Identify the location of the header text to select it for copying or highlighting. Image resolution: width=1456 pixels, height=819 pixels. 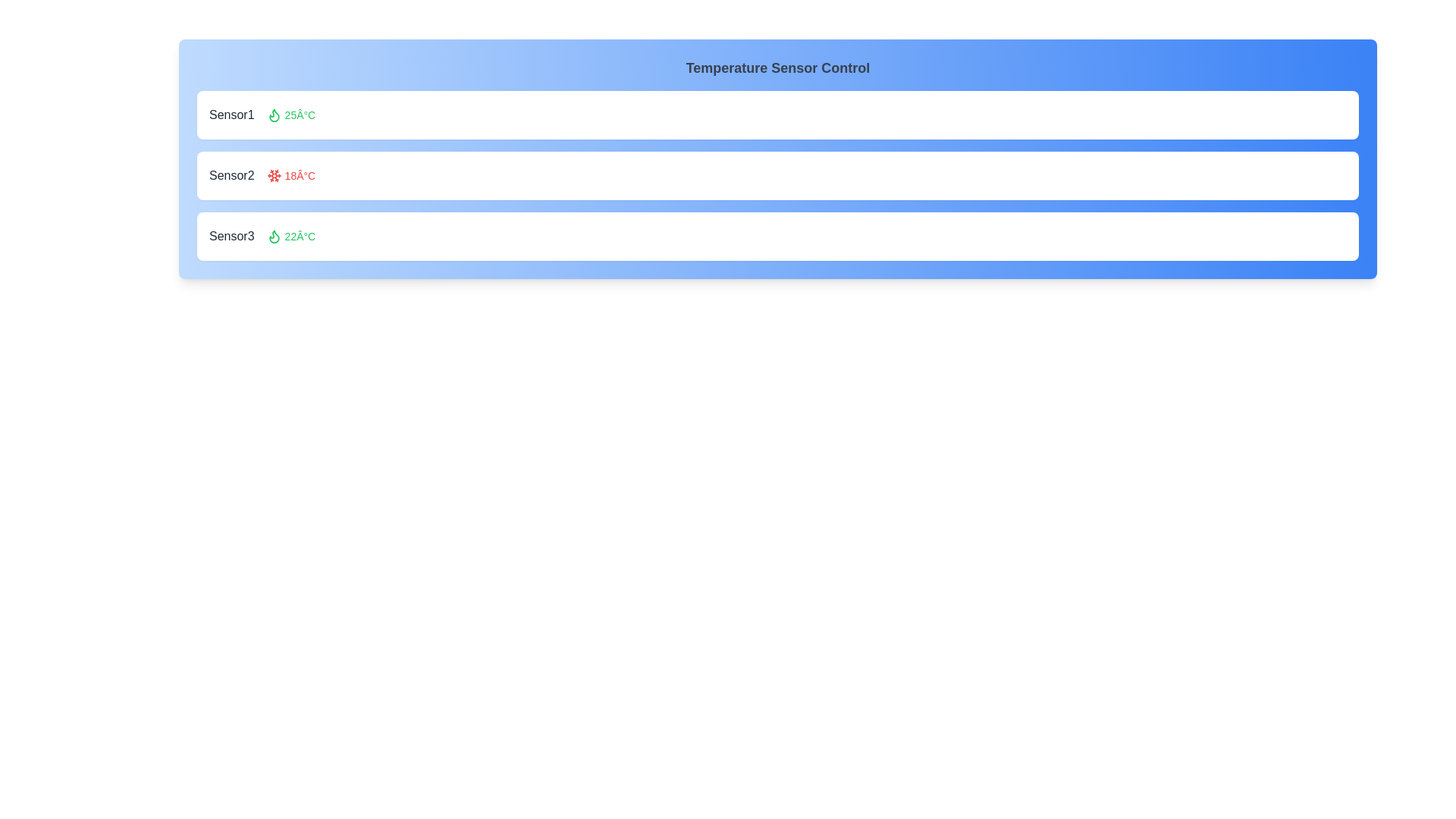
(778, 67).